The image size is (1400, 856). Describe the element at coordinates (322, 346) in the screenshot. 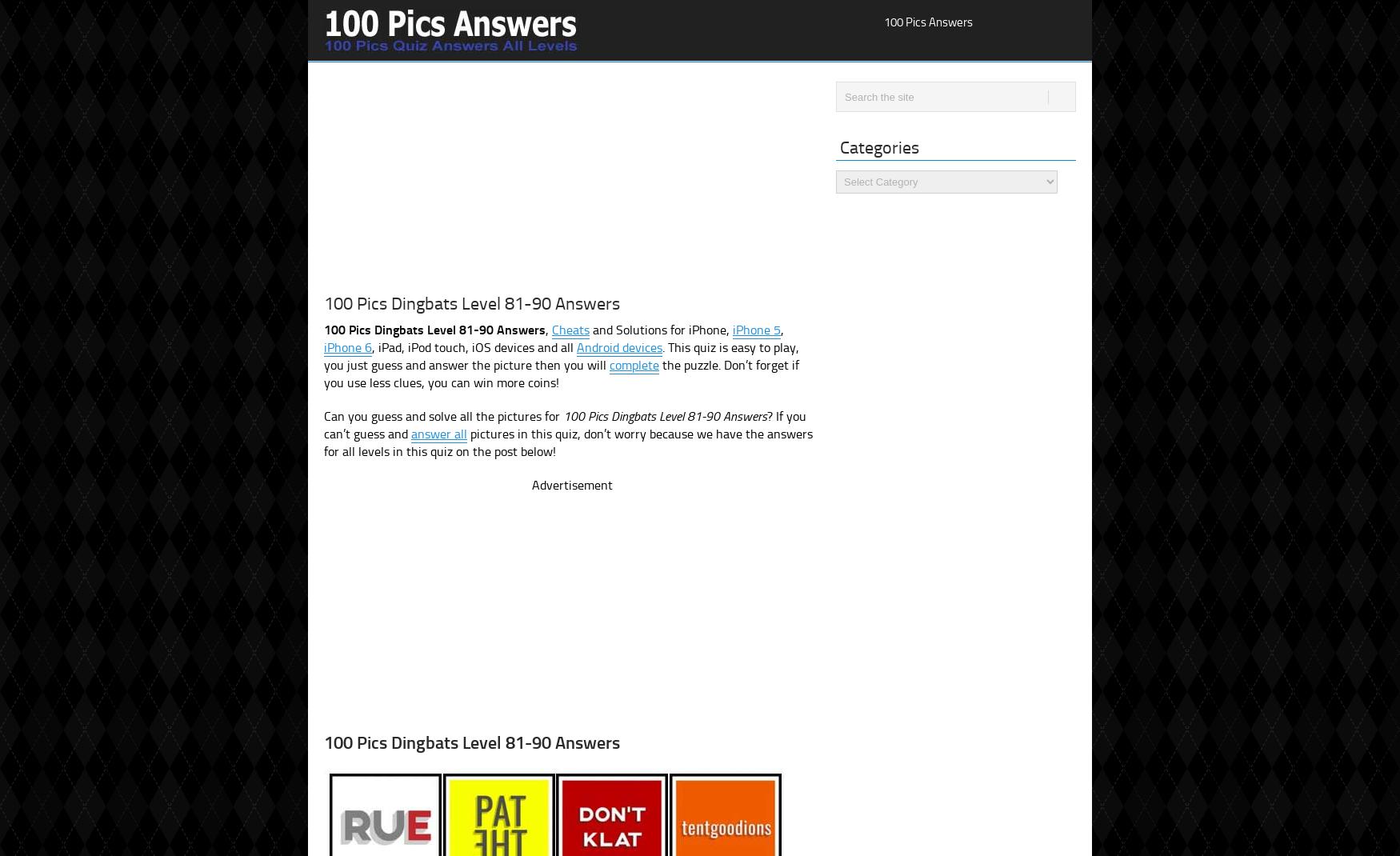

I see `'iPhone 6'` at that location.